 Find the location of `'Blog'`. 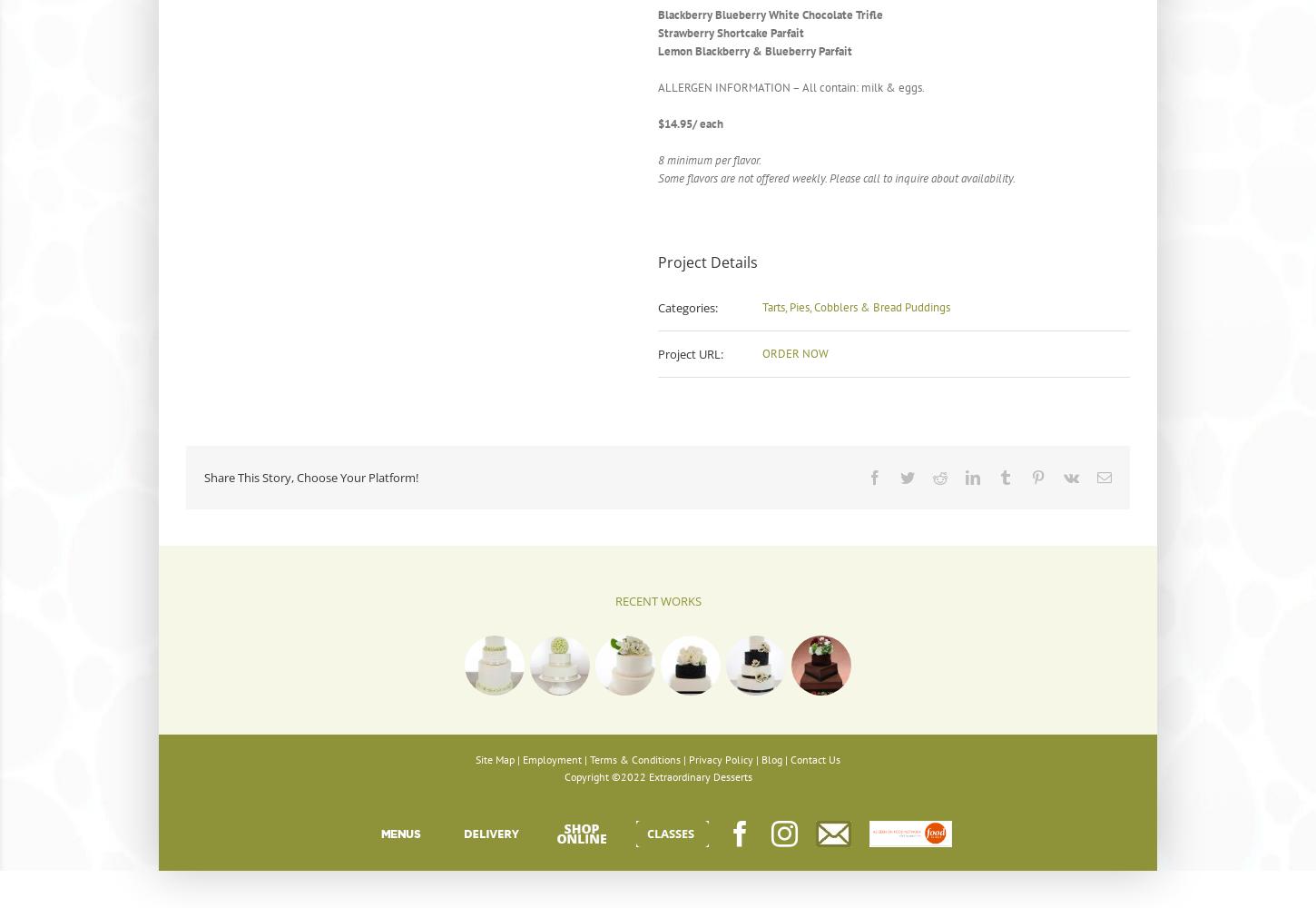

'Blog' is located at coordinates (771, 758).